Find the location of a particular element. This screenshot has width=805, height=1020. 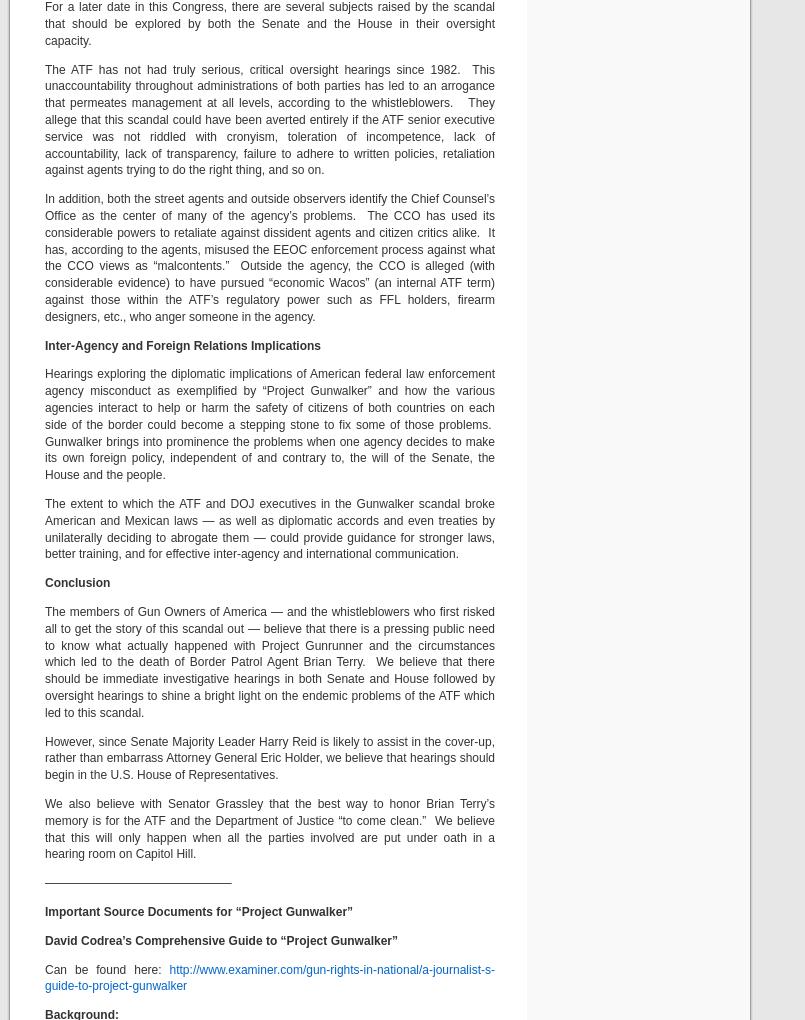

'Can be found here:' is located at coordinates (105, 968).